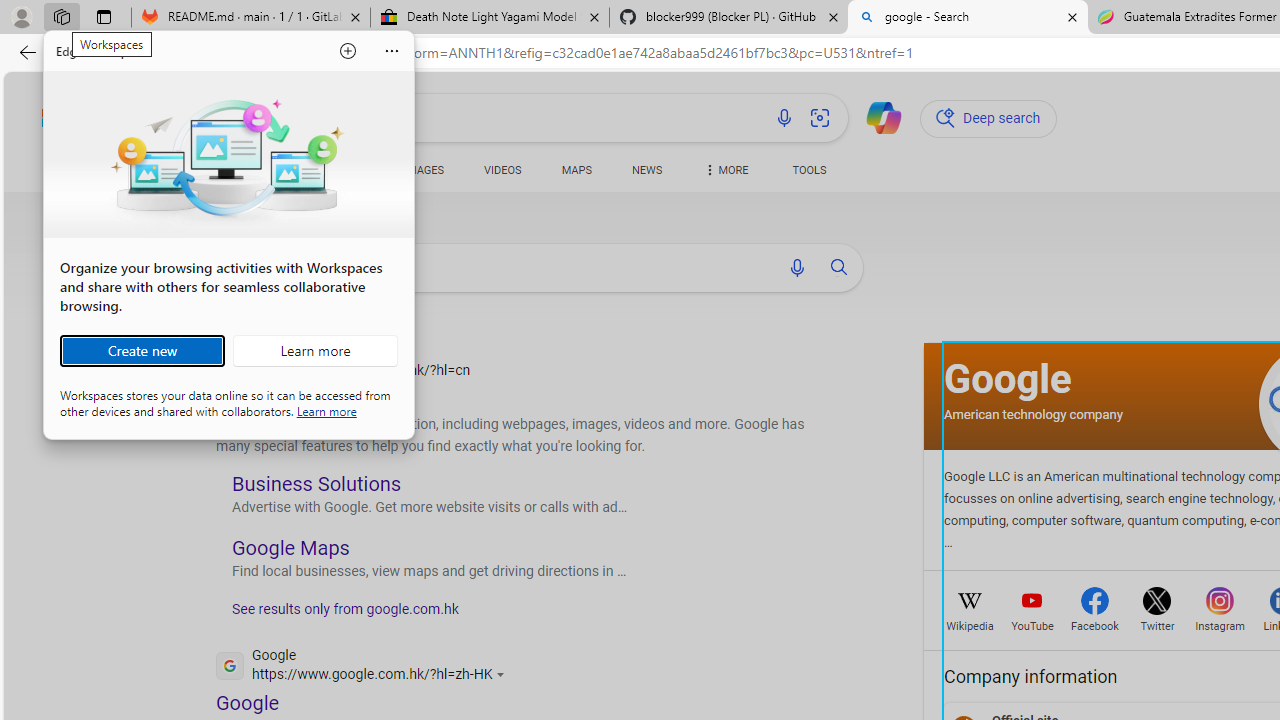 The height and width of the screenshot is (720, 1280). I want to click on 'Learn more about Workspaces privacy', so click(326, 409).